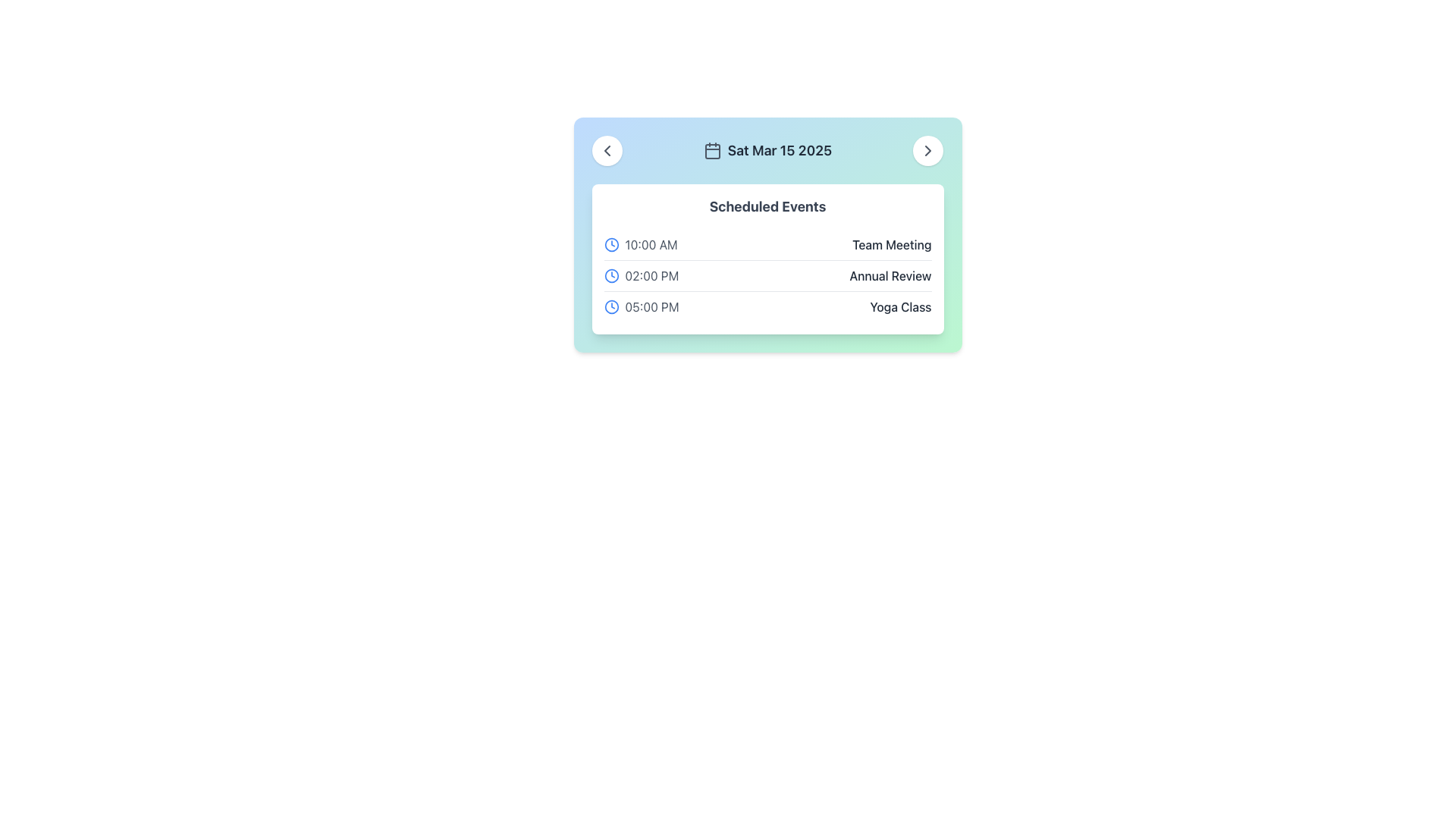 Image resolution: width=1456 pixels, height=819 pixels. I want to click on the circular navigation button with an icon located at the top-right corner of the header, so click(927, 151).